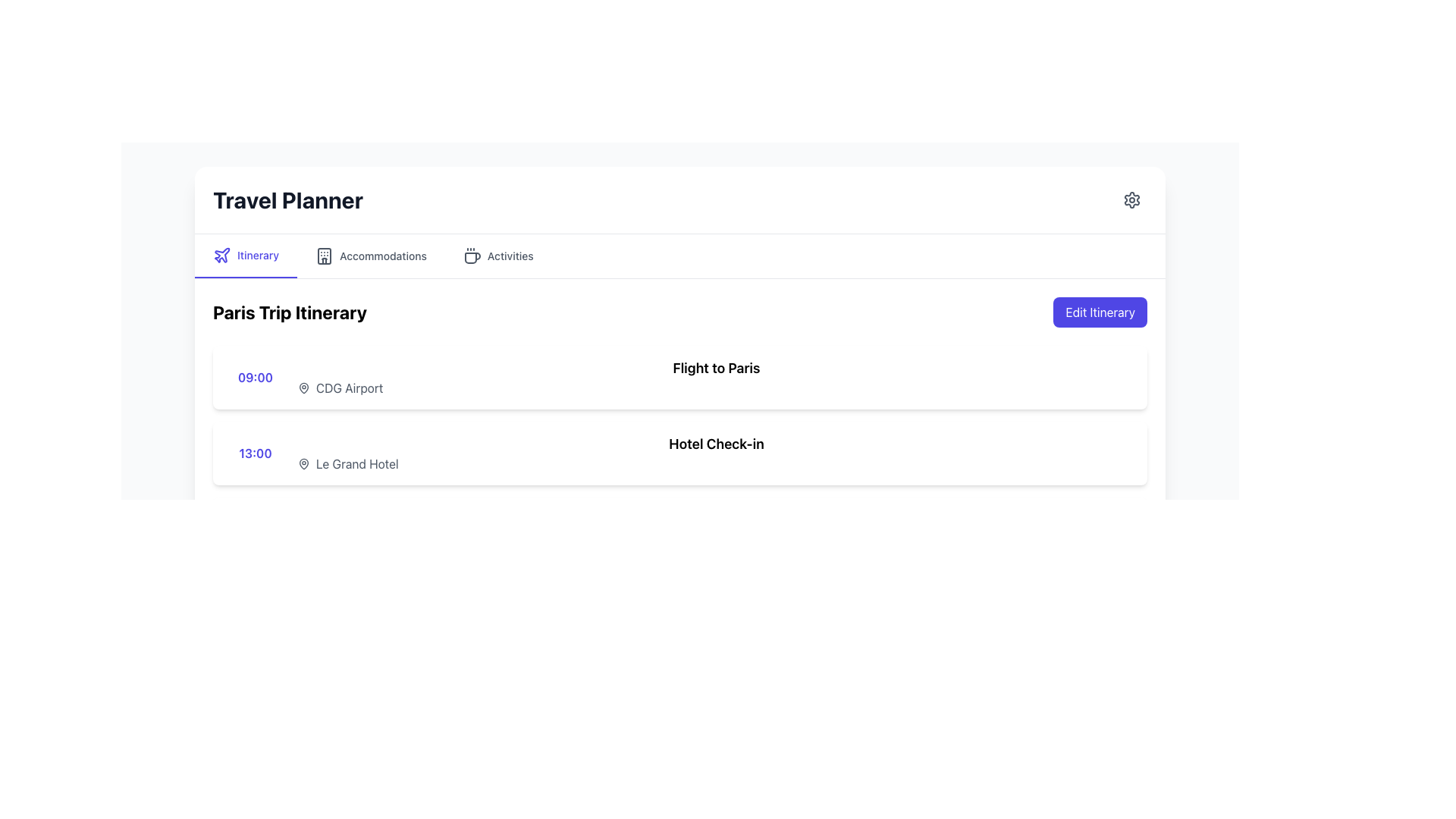 This screenshot has width=1456, height=819. Describe the element at coordinates (498, 256) in the screenshot. I see `the third tab labeled 'Activities' in the Travel Planner interface to change its color` at that location.